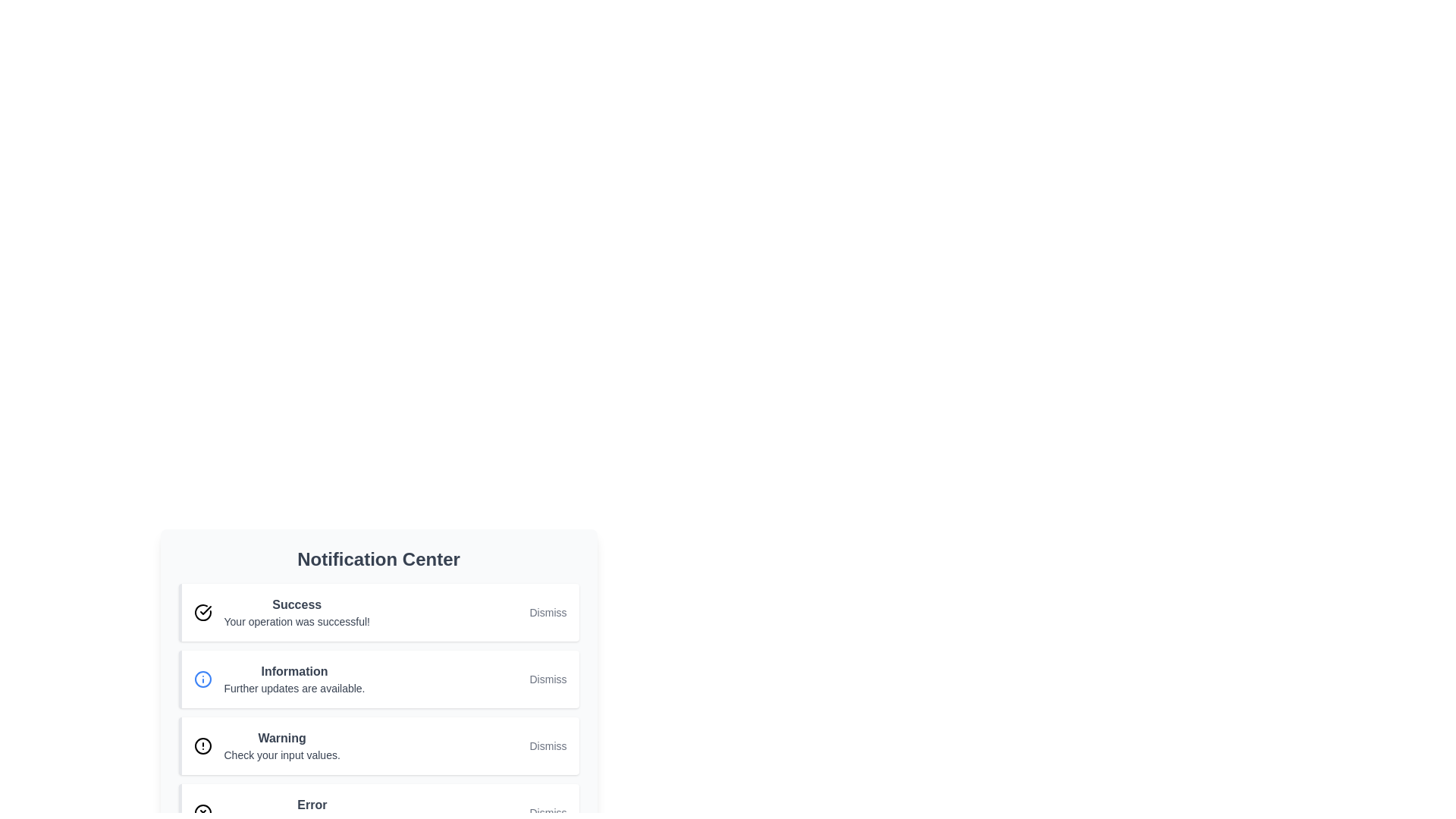 Image resolution: width=1456 pixels, height=819 pixels. I want to click on the warning context by focusing on the alert icon, which is a yellow warning symbol located to the left of the 'Warning' notification in the 'Notification Center' panel, so click(202, 745).